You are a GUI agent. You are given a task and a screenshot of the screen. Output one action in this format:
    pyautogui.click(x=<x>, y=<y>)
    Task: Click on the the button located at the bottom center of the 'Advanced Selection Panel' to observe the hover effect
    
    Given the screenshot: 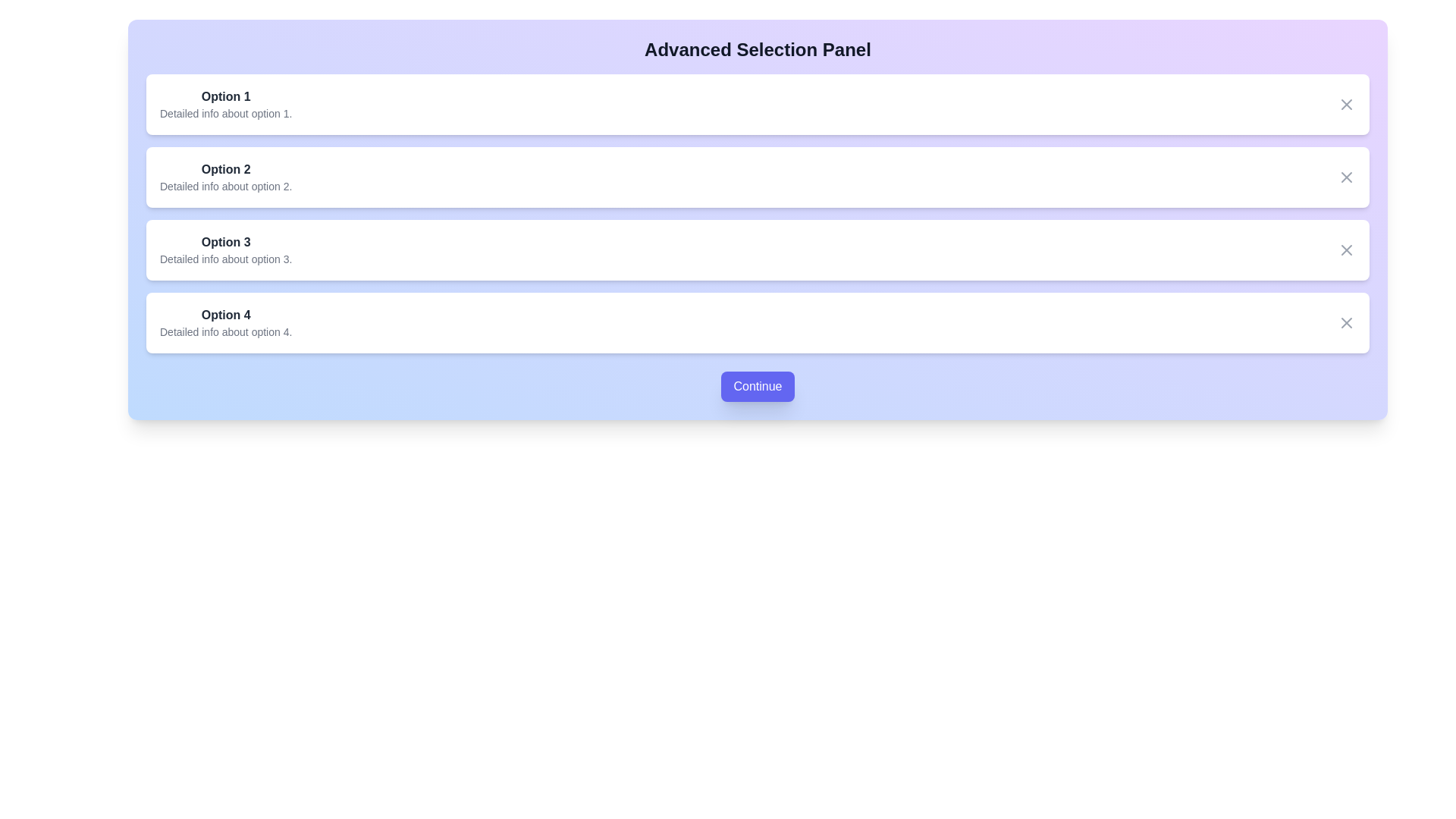 What is the action you would take?
    pyautogui.click(x=758, y=385)
    